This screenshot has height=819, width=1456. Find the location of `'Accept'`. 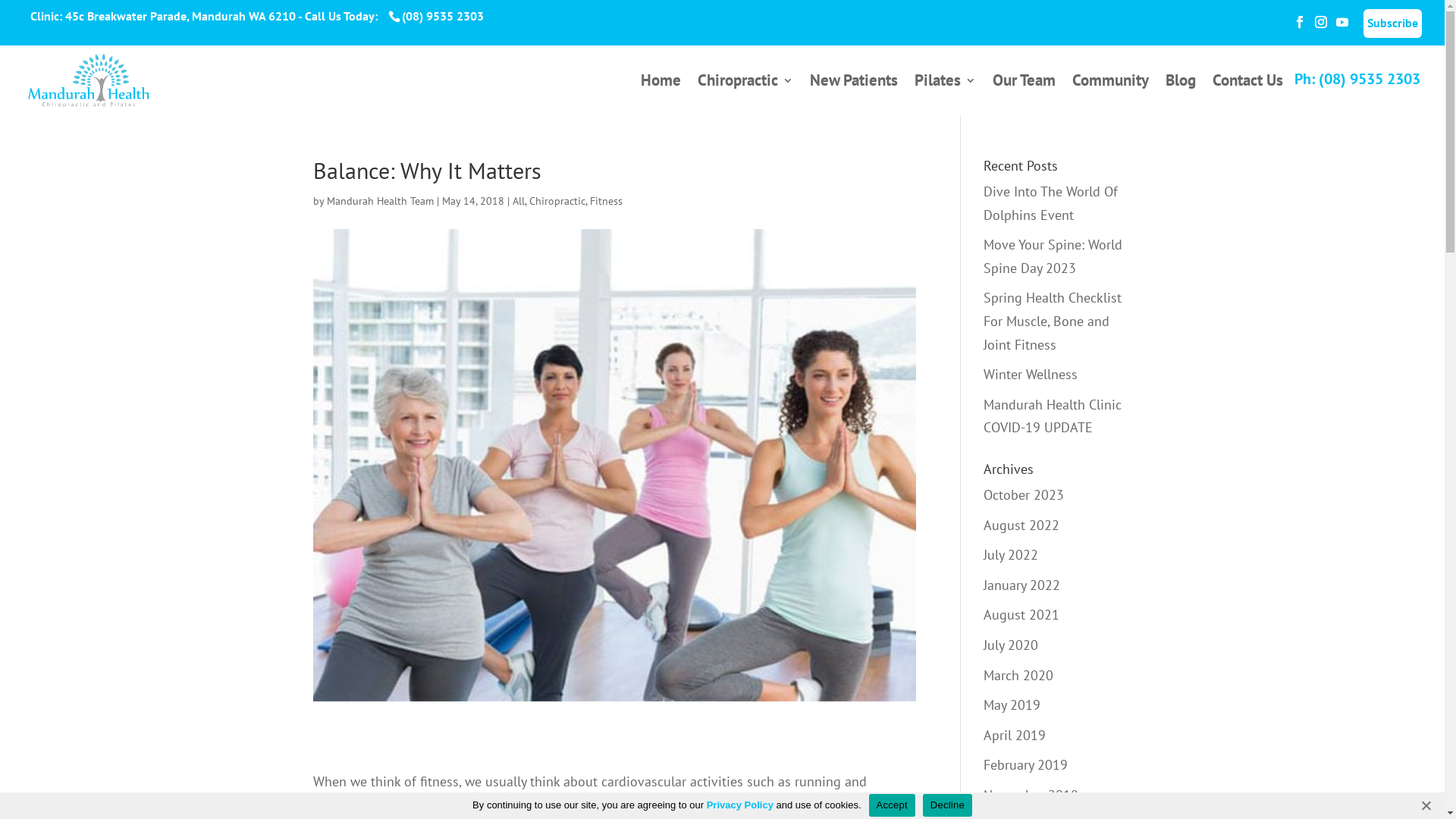

'Accept' is located at coordinates (892, 803).